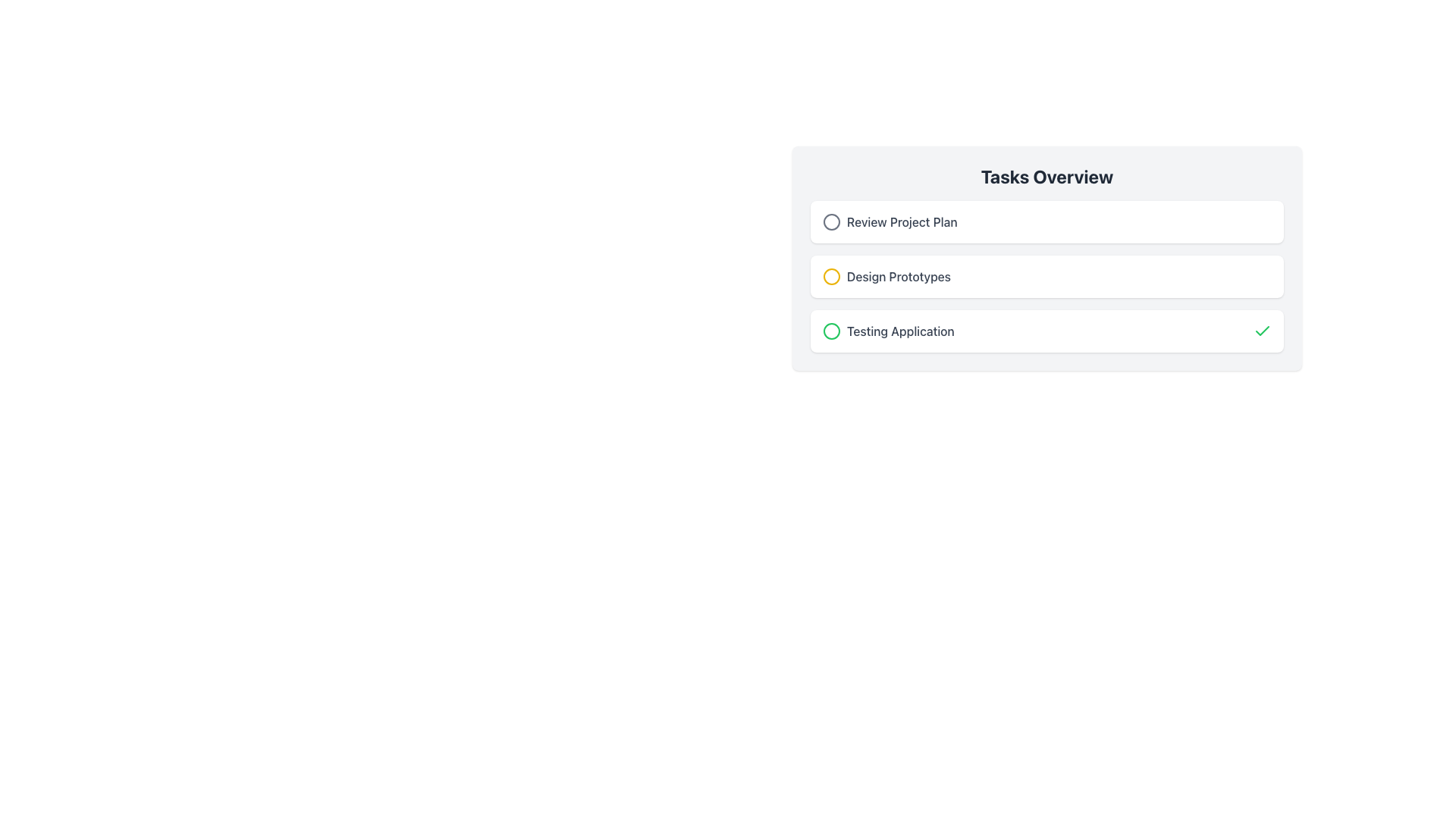  What do you see at coordinates (831, 277) in the screenshot?
I see `second bullet icon in the task list, which is a circular icon with an outlined yellow ring located next to the text 'Design Prototypes'` at bounding box center [831, 277].